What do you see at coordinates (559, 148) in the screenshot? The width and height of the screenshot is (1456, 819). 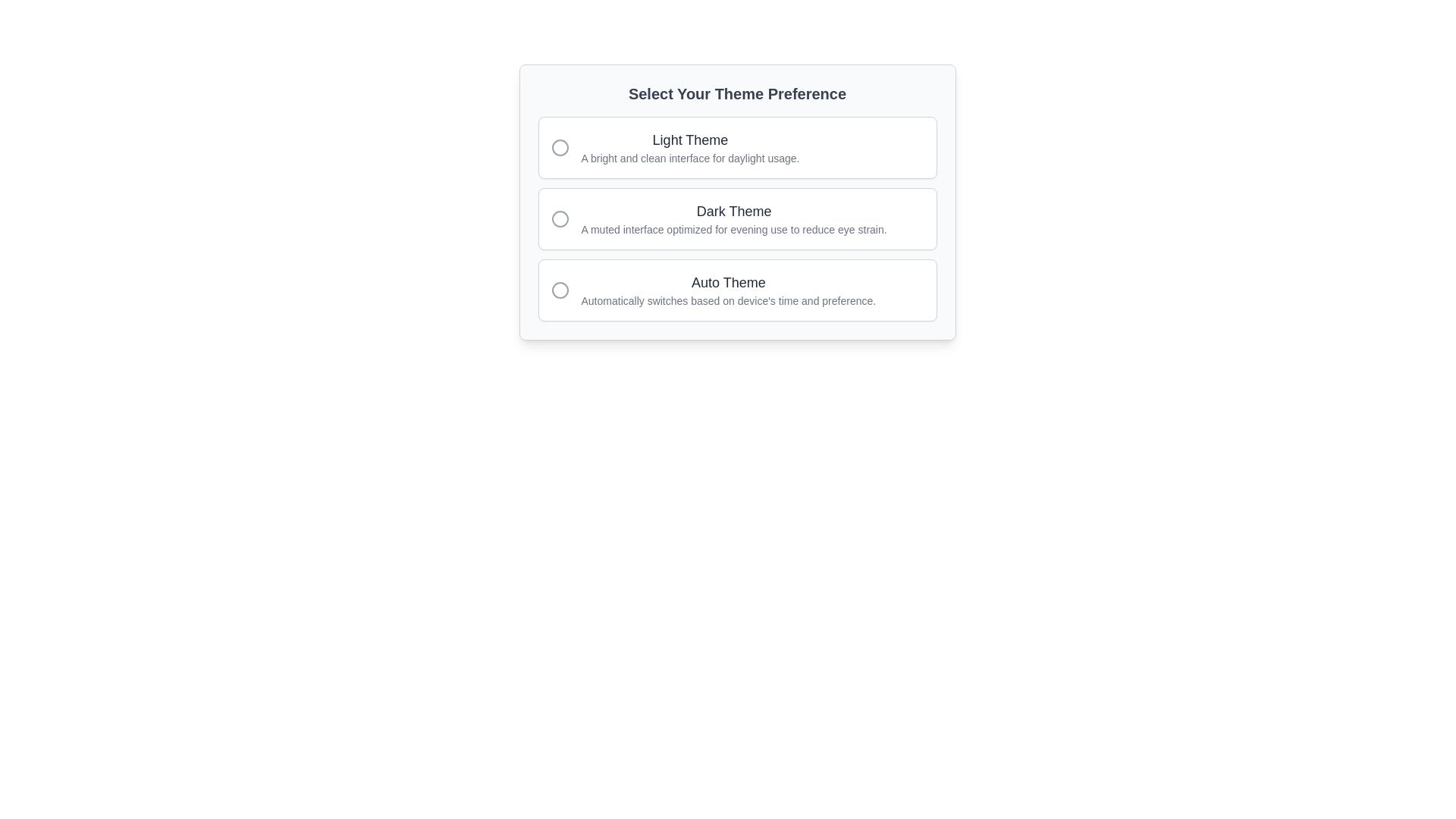 I see `the Radio button indicator for the 'Light Theme' option, which indicates the selection status of the theme` at bounding box center [559, 148].